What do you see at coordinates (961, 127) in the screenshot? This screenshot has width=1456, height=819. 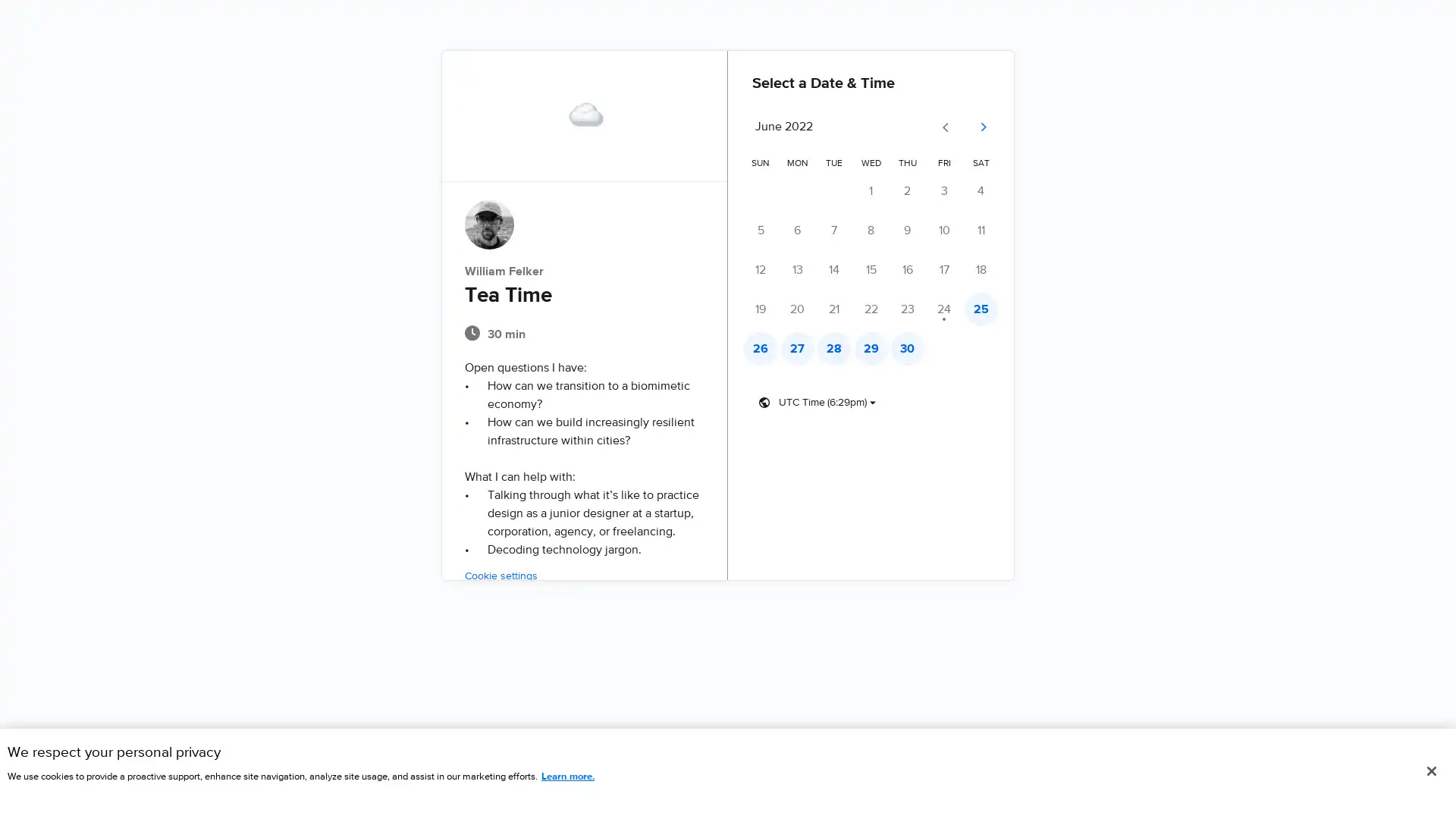 I see `Go to previous month` at bounding box center [961, 127].